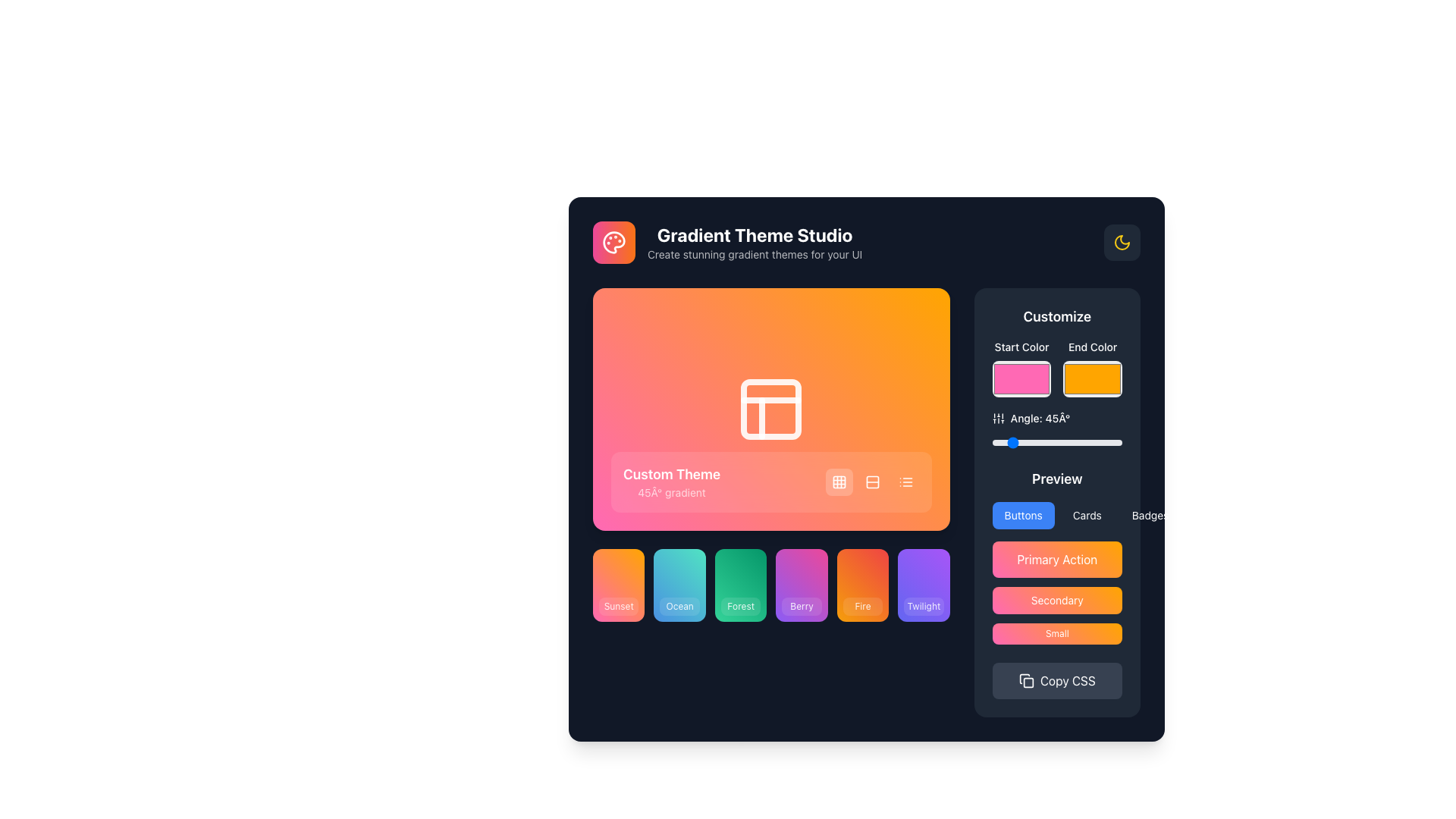 This screenshot has width=1456, height=819. Describe the element at coordinates (1031, 442) in the screenshot. I see `angle` at that location.